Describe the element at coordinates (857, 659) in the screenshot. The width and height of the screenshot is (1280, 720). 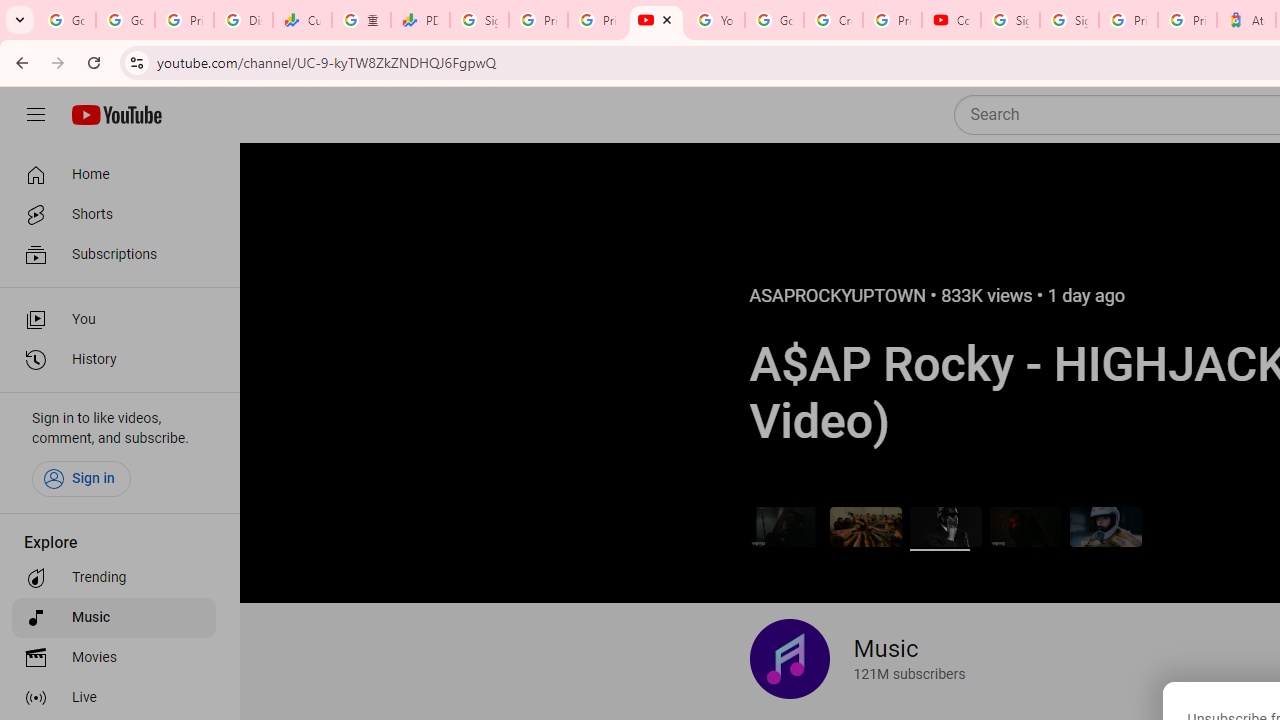
I see `'Music 121 million subscribers'` at that location.